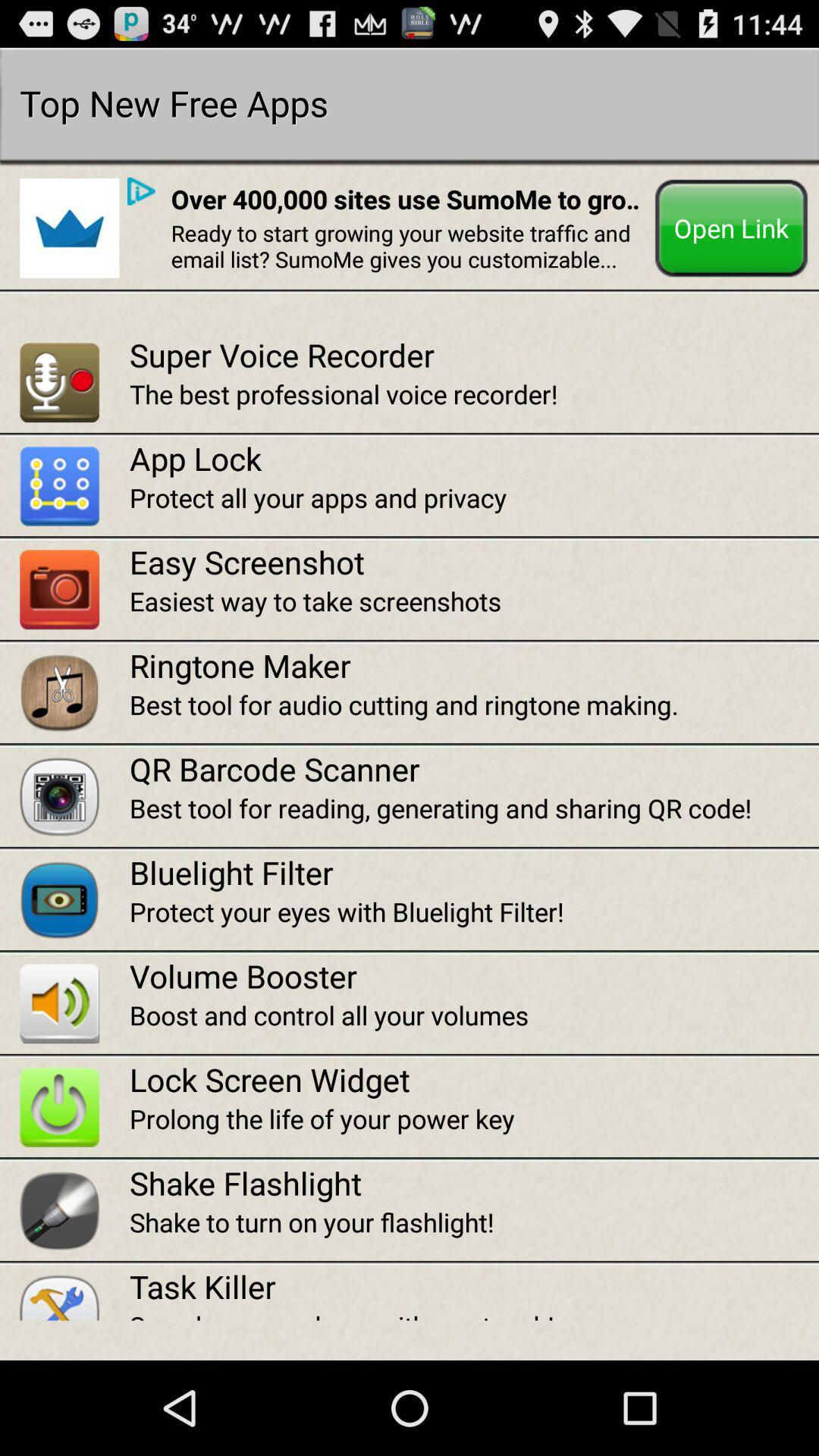  Describe the element at coordinates (473, 1222) in the screenshot. I see `the shake to turn item` at that location.